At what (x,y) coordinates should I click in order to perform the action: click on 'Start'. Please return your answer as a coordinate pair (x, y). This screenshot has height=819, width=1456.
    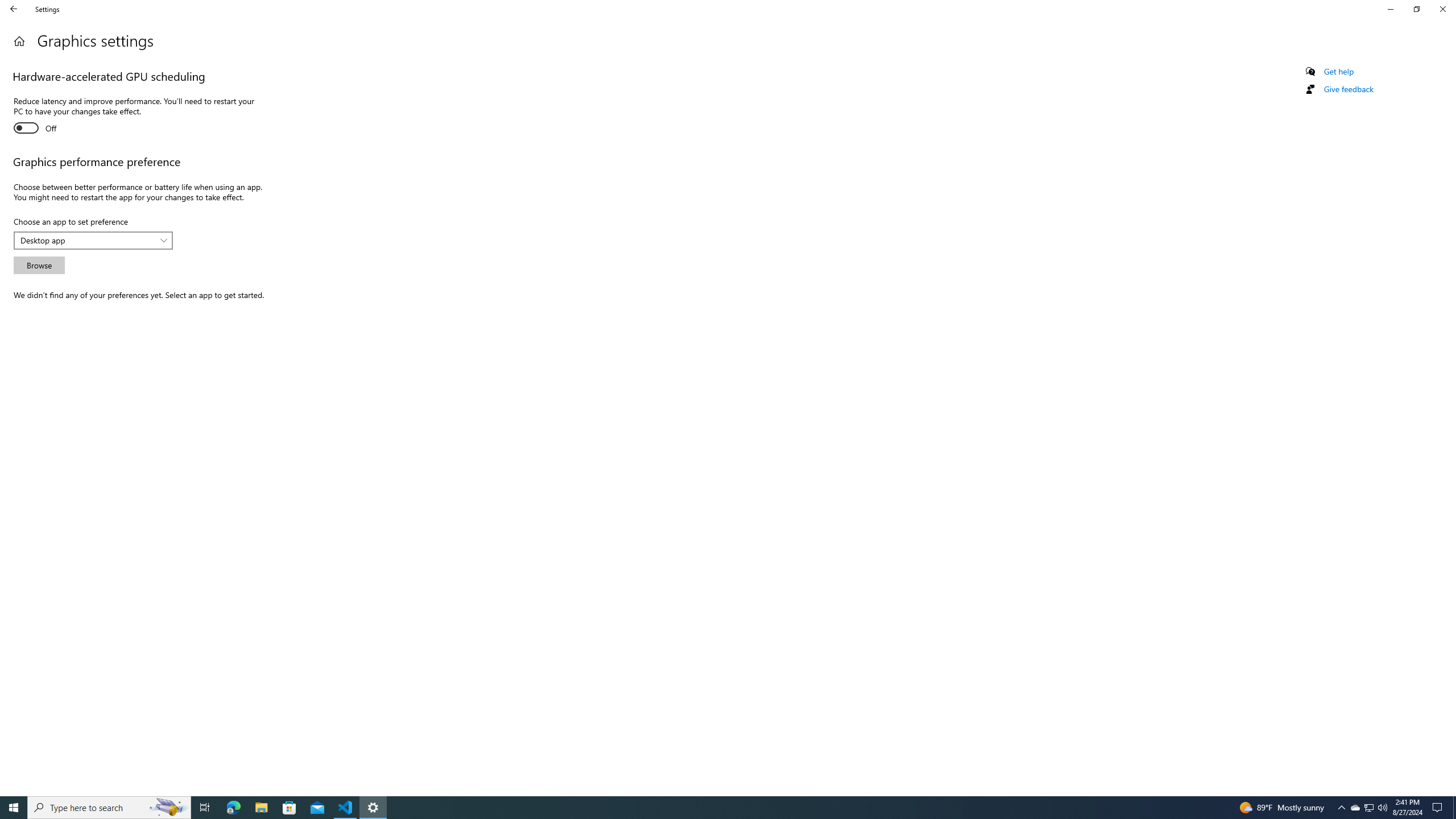
    Looking at the image, I should click on (14, 806).